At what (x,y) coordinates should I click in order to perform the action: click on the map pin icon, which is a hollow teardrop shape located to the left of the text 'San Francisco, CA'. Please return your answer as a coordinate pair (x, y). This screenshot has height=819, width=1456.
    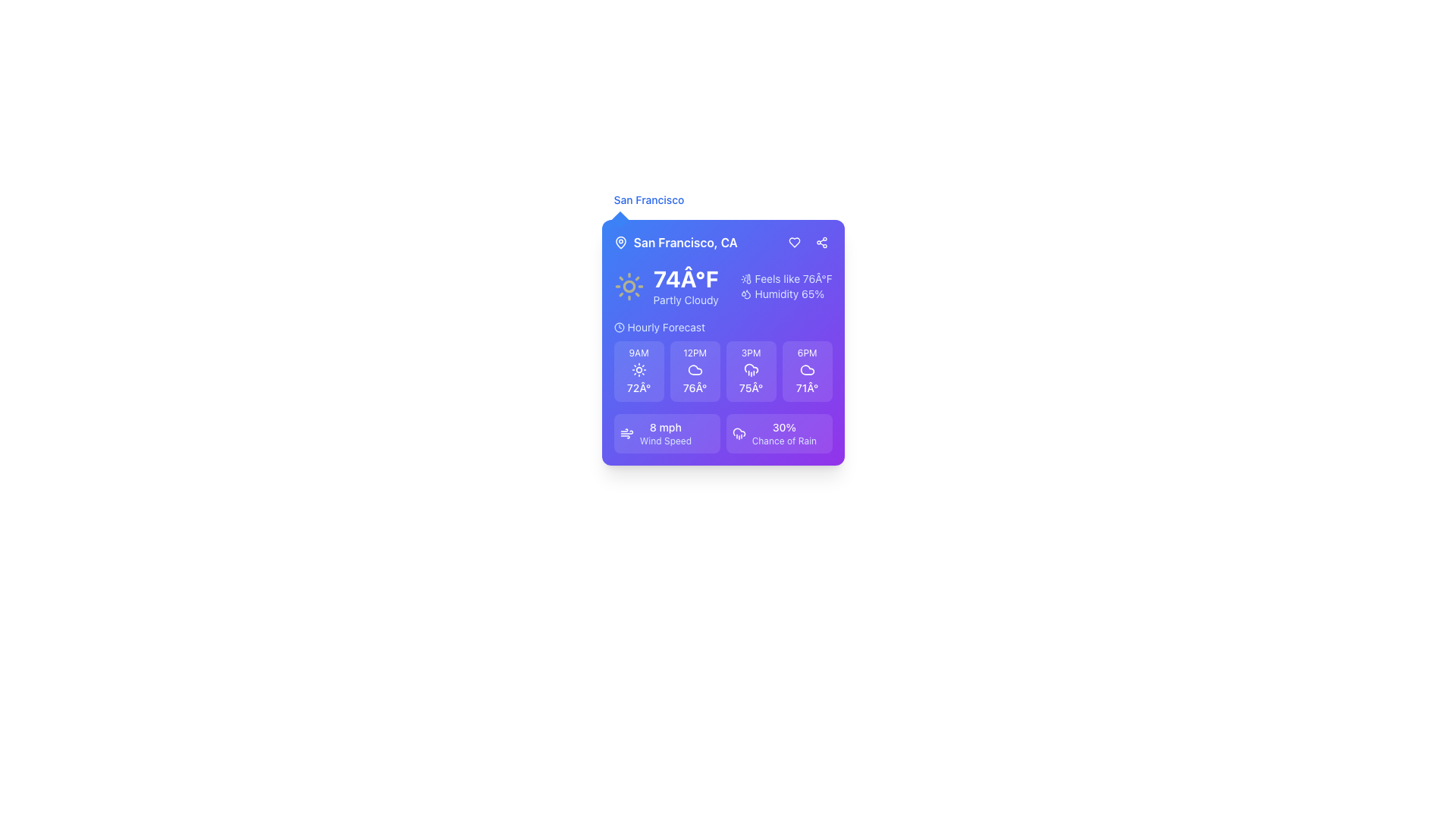
    Looking at the image, I should click on (620, 242).